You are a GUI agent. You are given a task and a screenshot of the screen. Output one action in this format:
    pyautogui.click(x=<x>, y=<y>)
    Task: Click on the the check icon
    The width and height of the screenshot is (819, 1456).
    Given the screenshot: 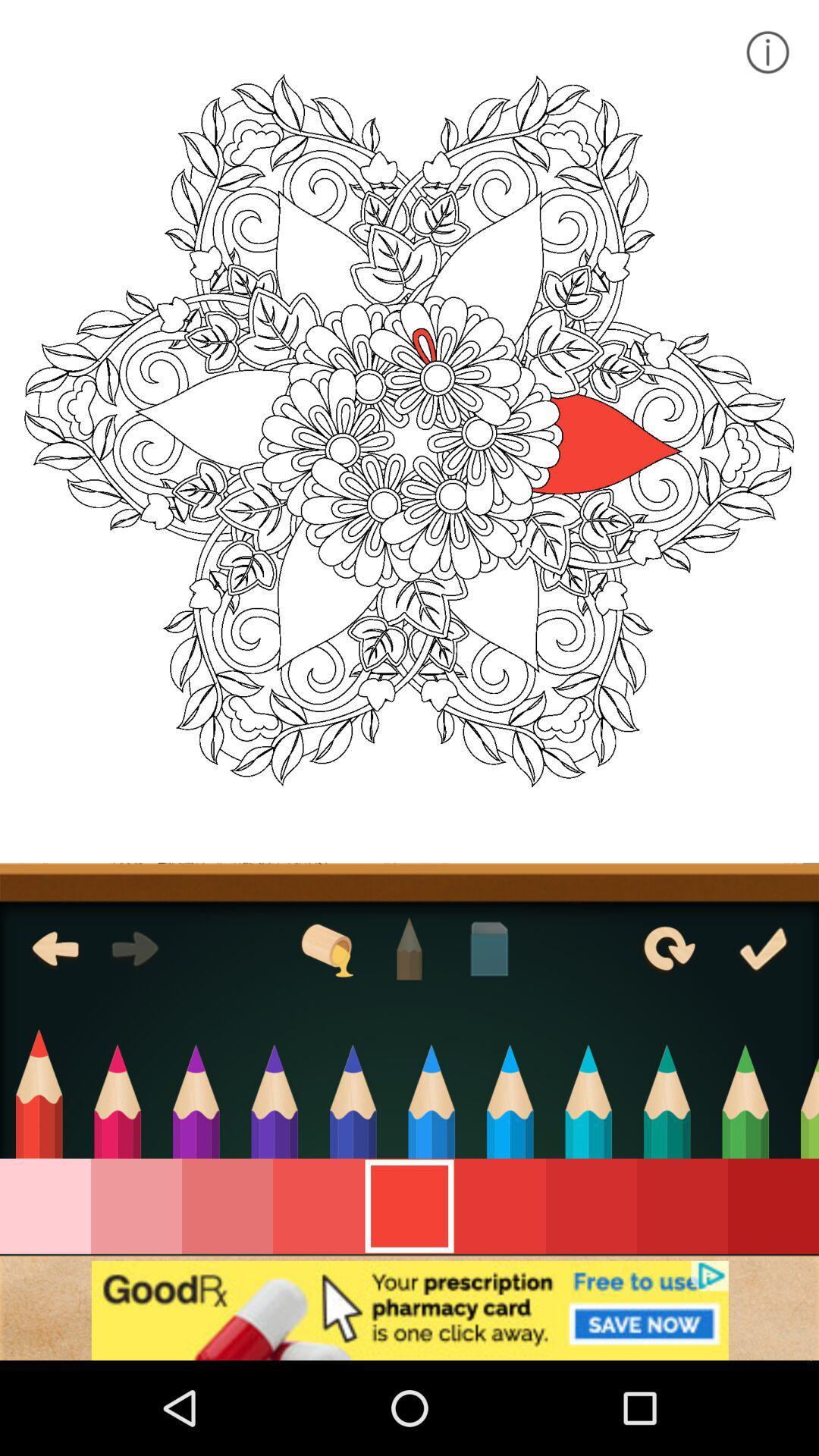 What is the action you would take?
    pyautogui.click(x=763, y=948)
    